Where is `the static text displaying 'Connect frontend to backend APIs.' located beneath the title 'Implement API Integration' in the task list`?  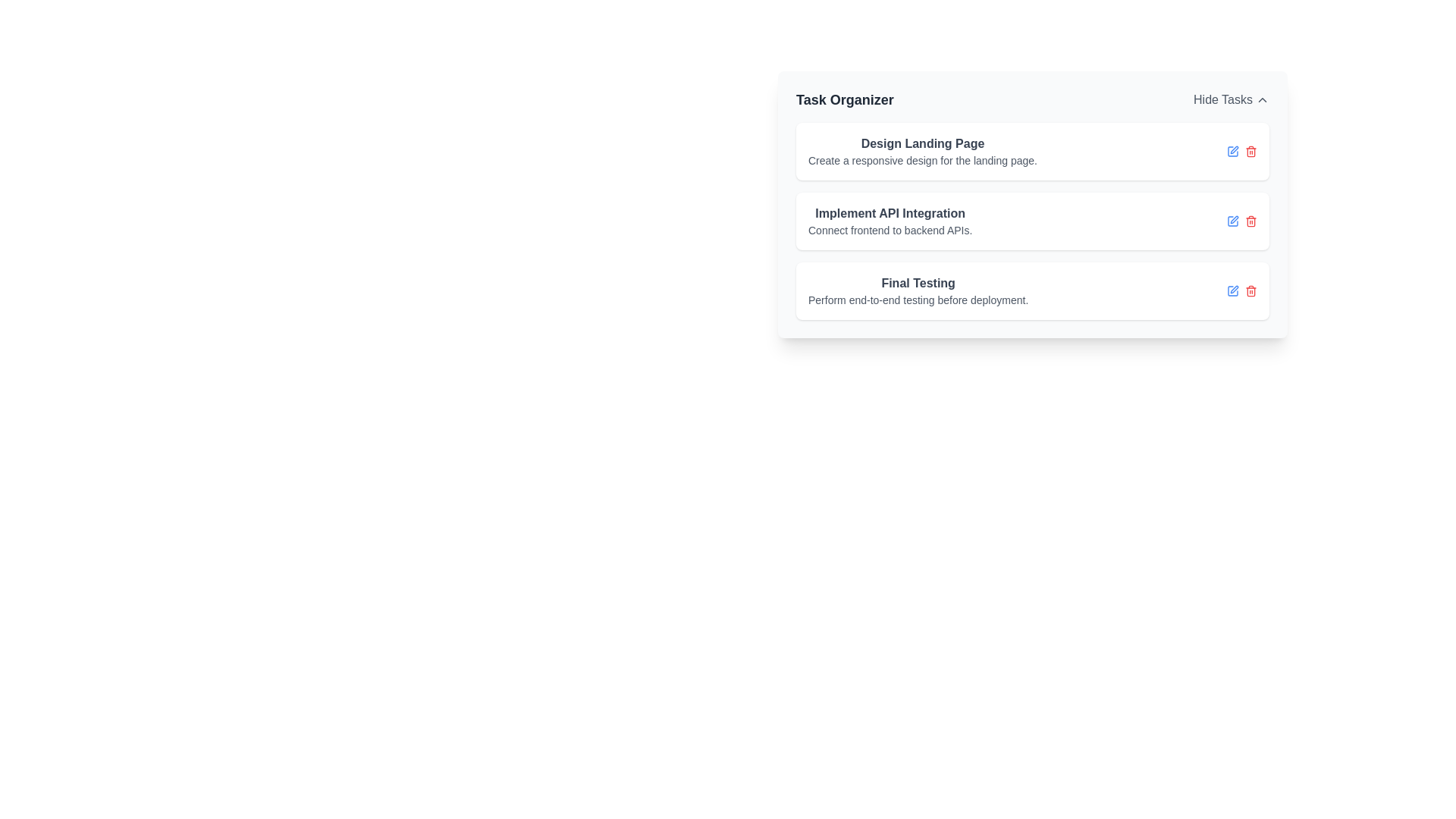 the static text displaying 'Connect frontend to backend APIs.' located beneath the title 'Implement API Integration' in the task list is located at coordinates (890, 231).